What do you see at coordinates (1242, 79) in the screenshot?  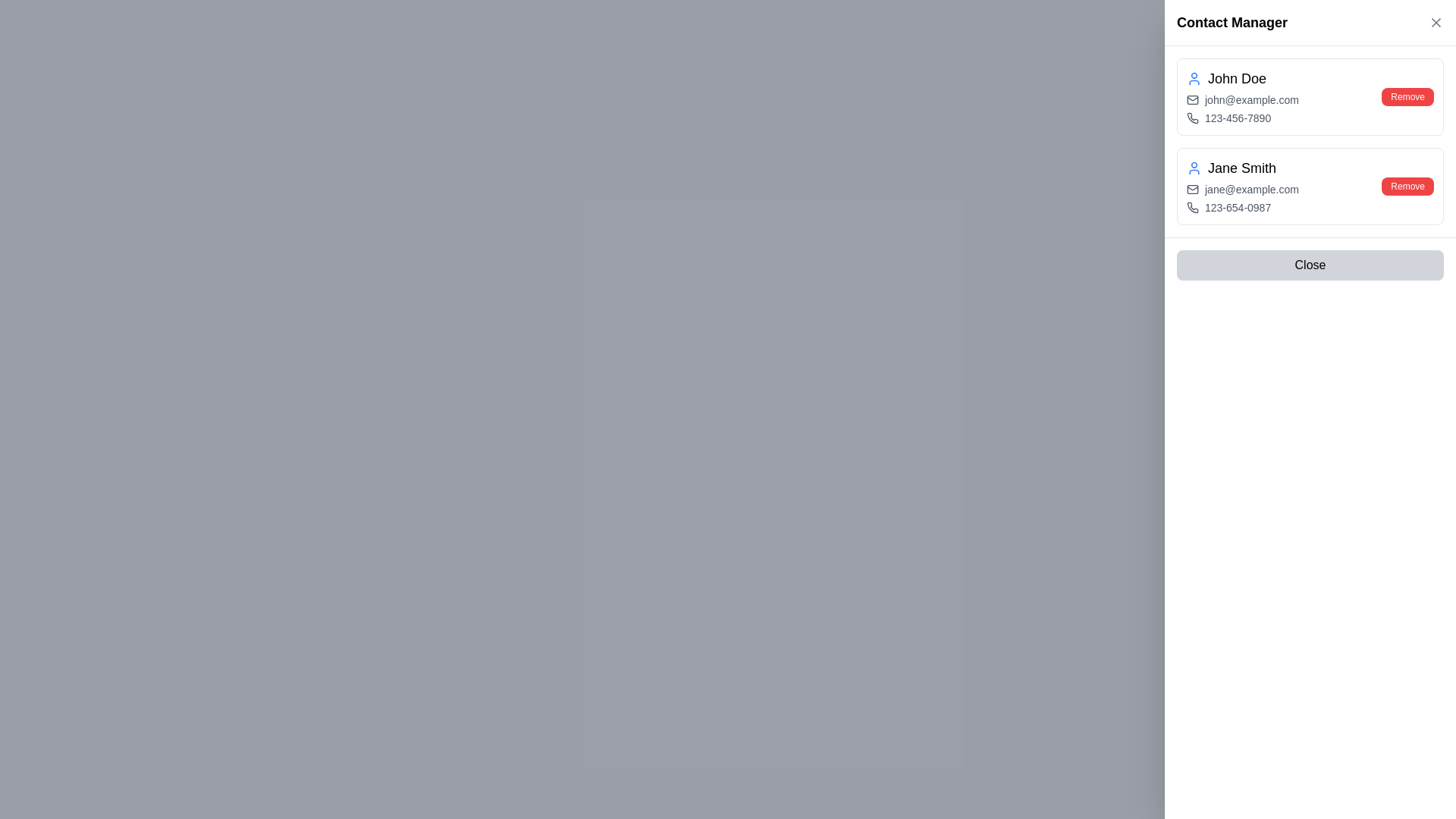 I see `the Text label with an accompanying icon at the top of the first contact card in the 'Contact Manager' panel to identify the contact's primary identity` at bounding box center [1242, 79].